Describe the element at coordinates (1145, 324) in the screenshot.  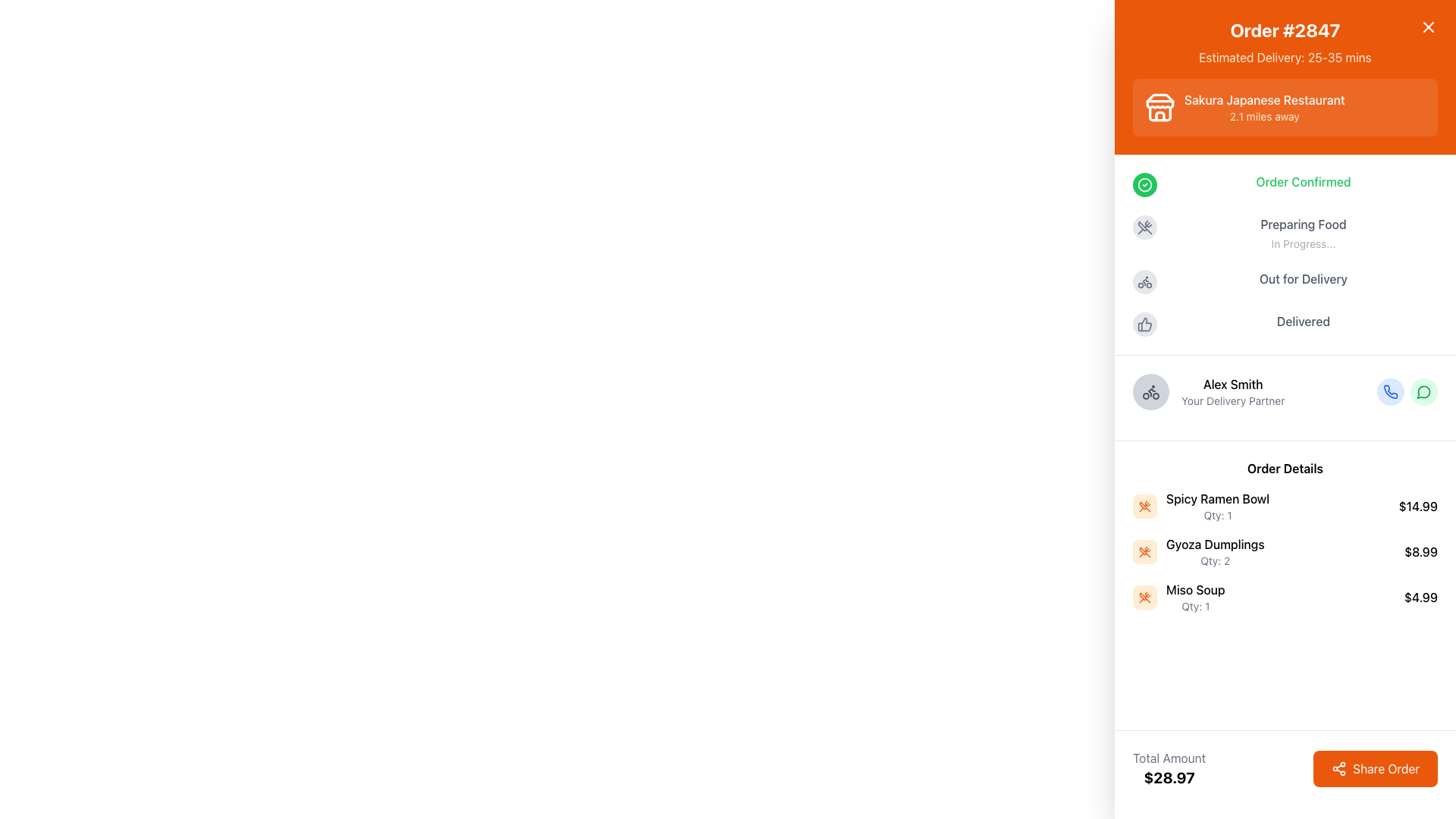
I see `the thumbs-up icon button that indicates completed delivery status, positioned to the left of the 'Delivered' text` at that location.